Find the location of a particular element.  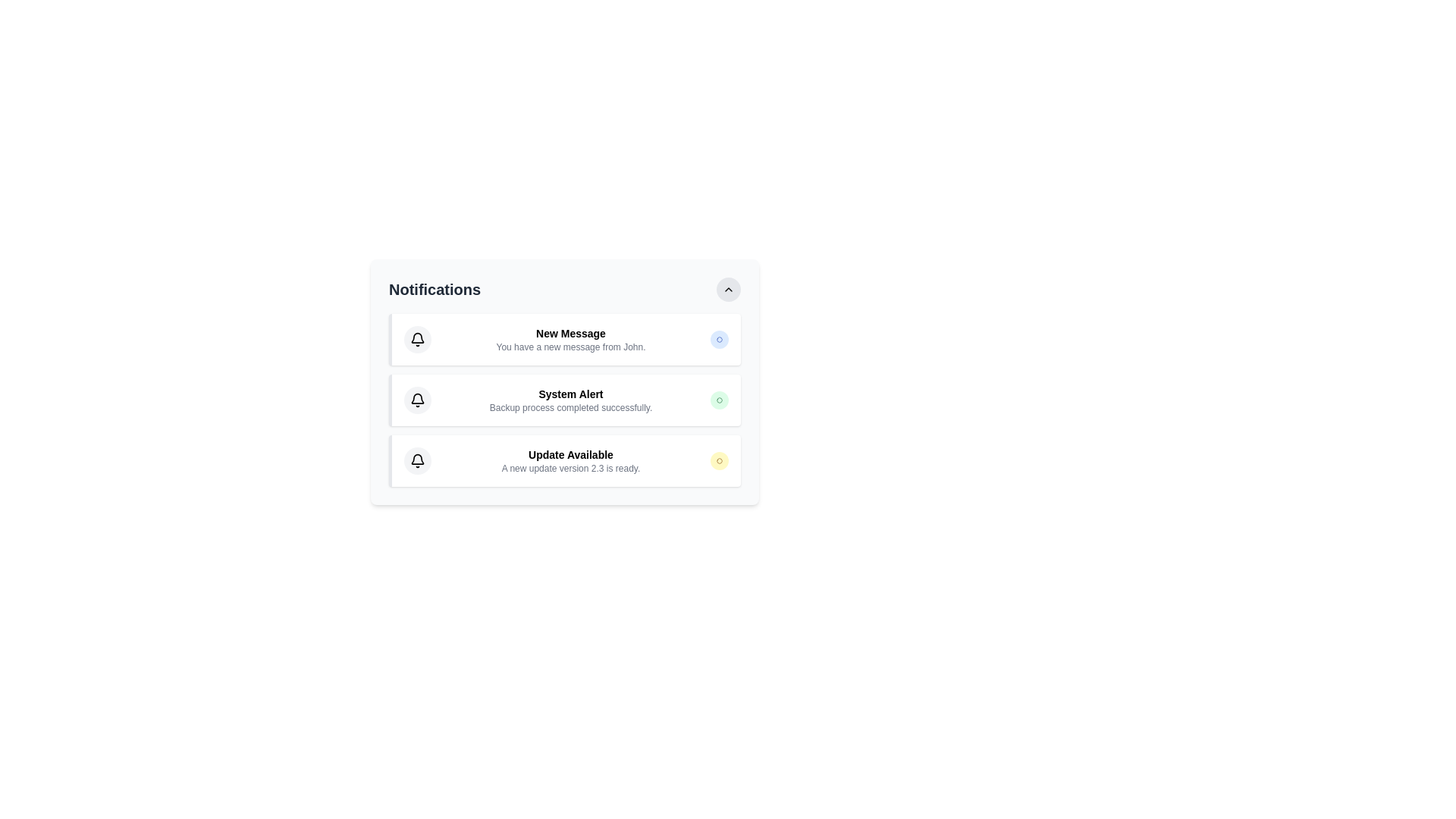

the second notification card in the 'Notifications' section, which has a white background, rounded corners, and a green border, displaying the title 'System Alert' and the message 'Backup process completed successfully' is located at coordinates (563, 400).